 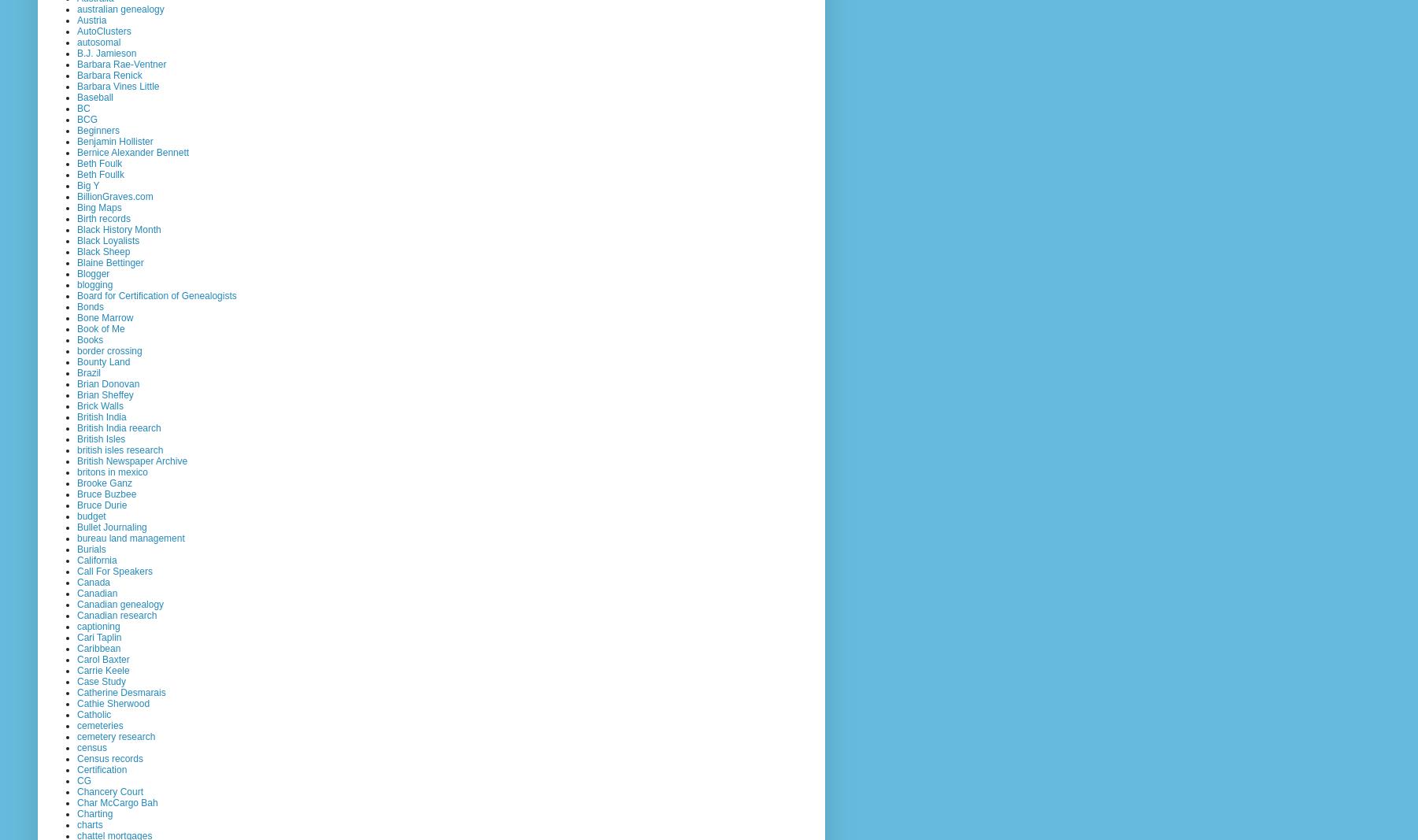 I want to click on 'Brooke Ganz', so click(x=76, y=482).